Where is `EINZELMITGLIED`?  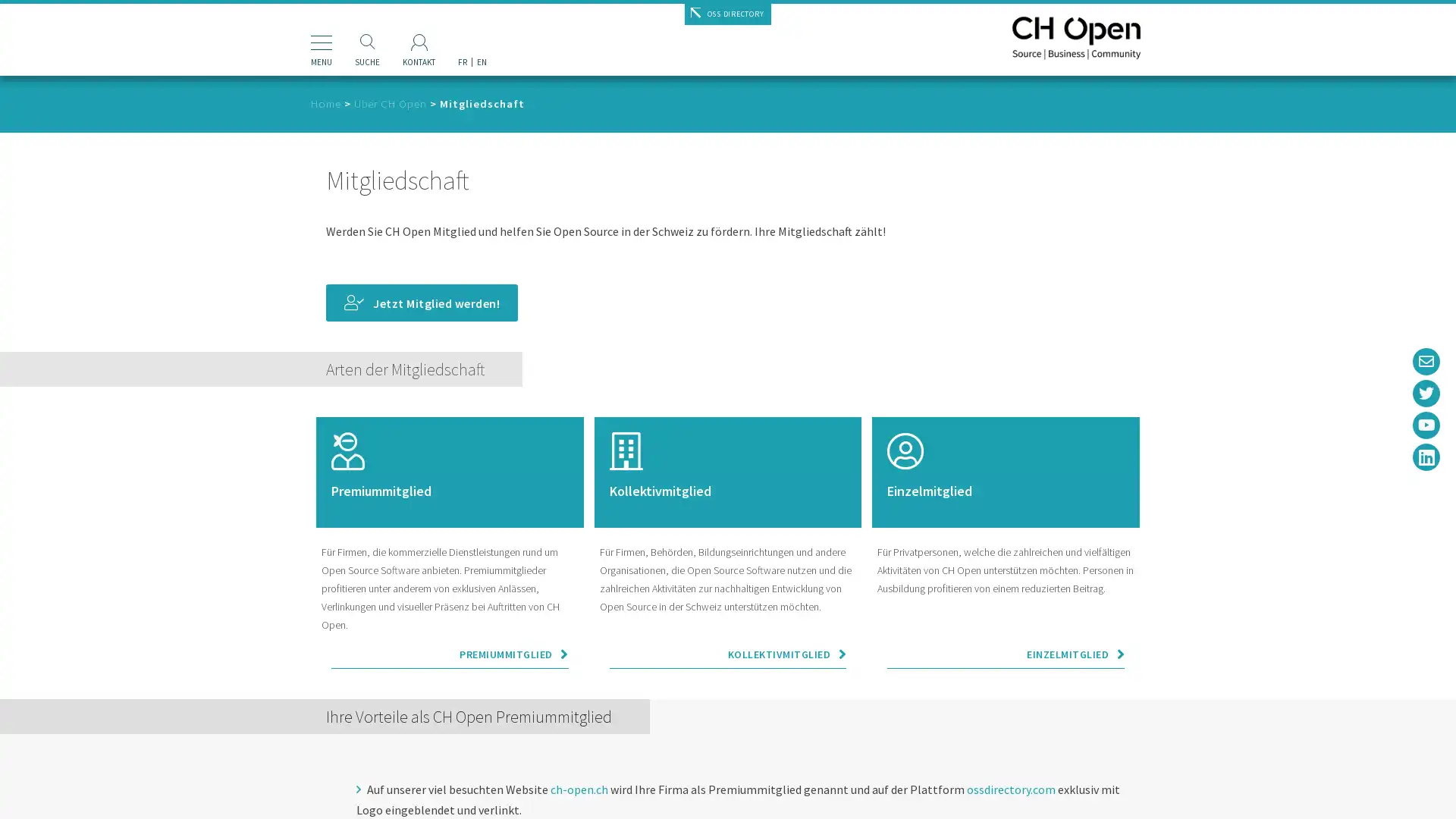
EINZELMITGLIED is located at coordinates (1006, 657).